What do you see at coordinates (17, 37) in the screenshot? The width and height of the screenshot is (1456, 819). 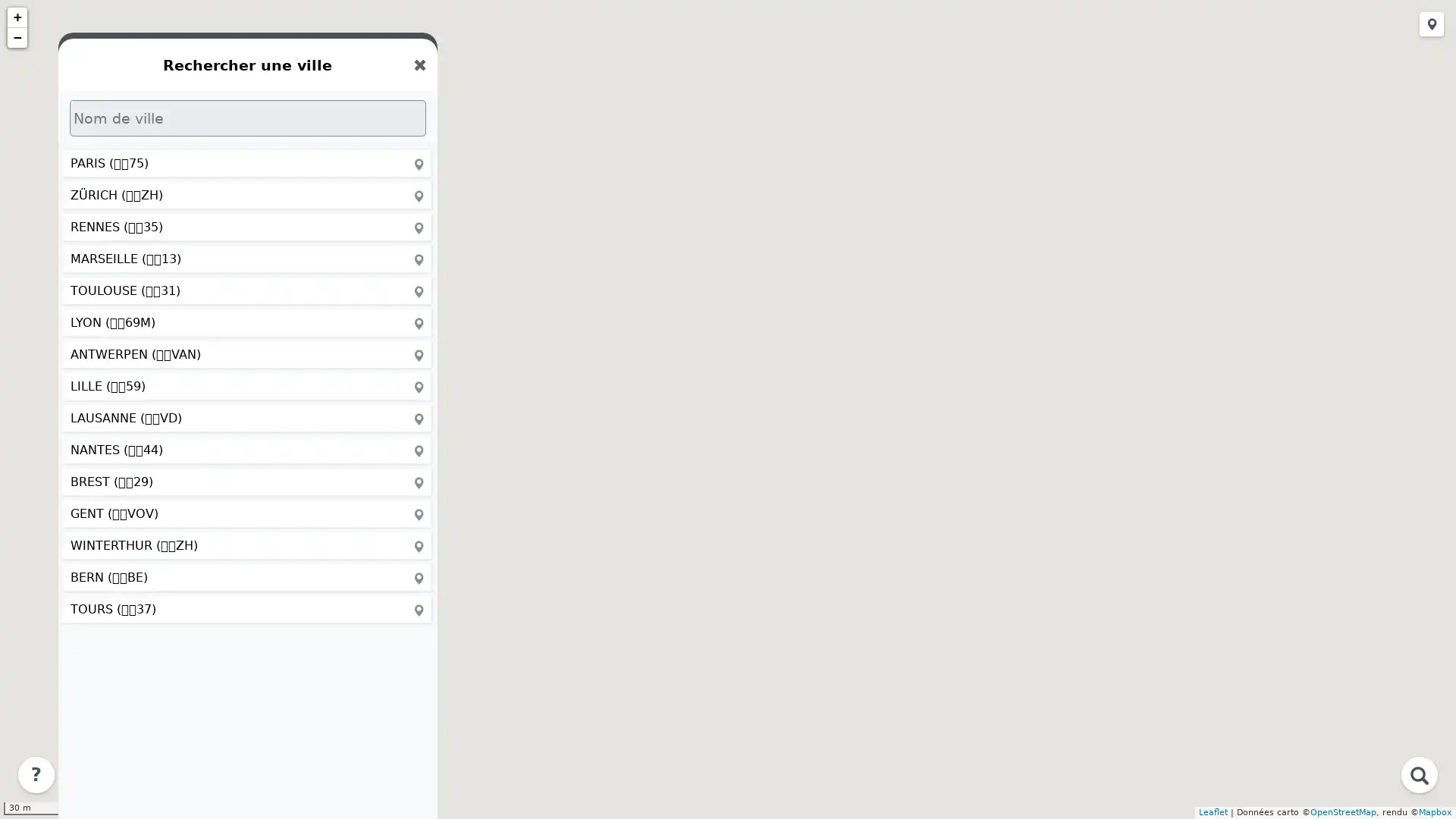 I see `Zoom out` at bounding box center [17, 37].